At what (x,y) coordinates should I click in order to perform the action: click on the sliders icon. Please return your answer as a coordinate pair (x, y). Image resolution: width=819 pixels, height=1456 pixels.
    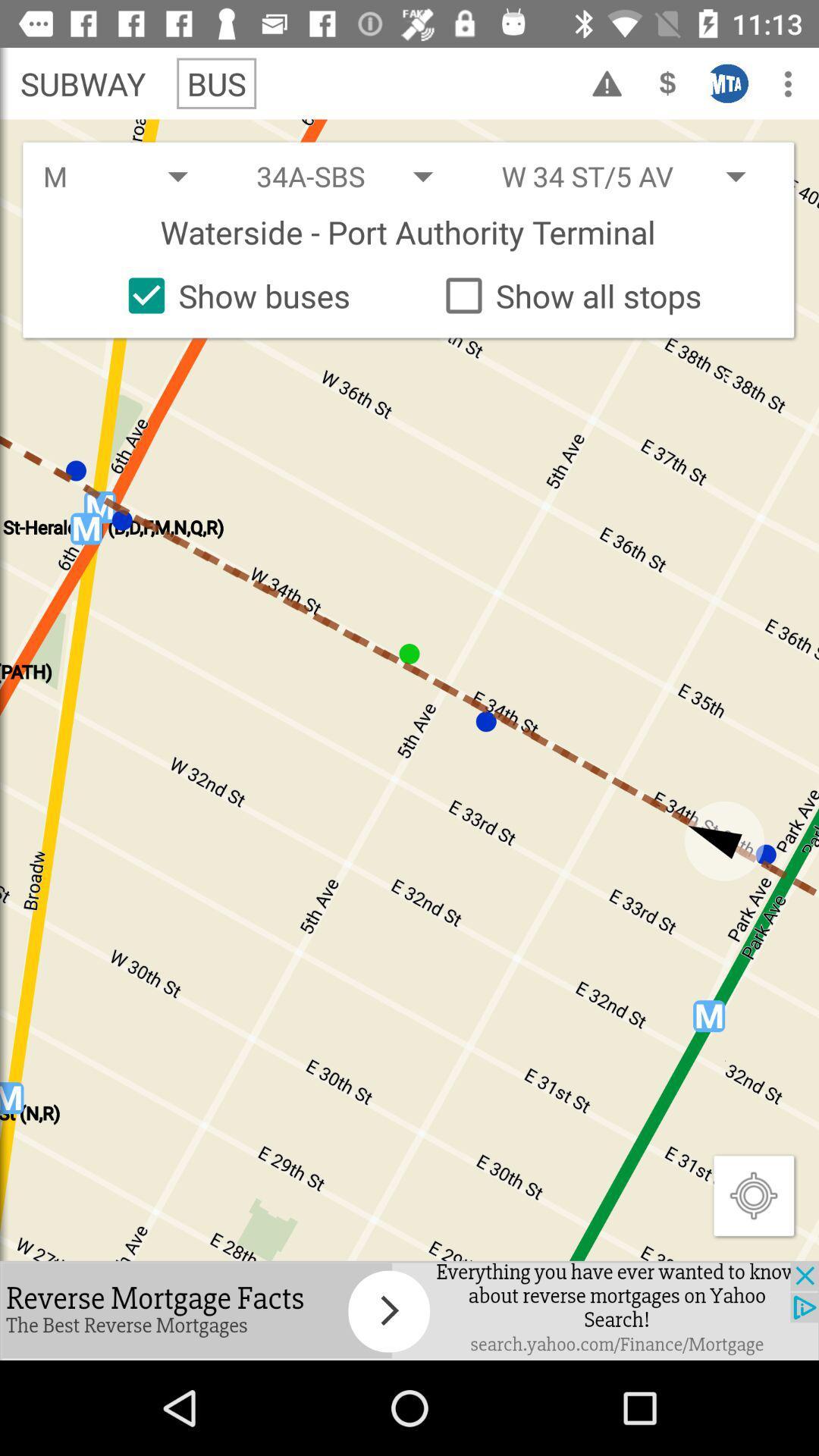
    Looking at the image, I should click on (727, 83).